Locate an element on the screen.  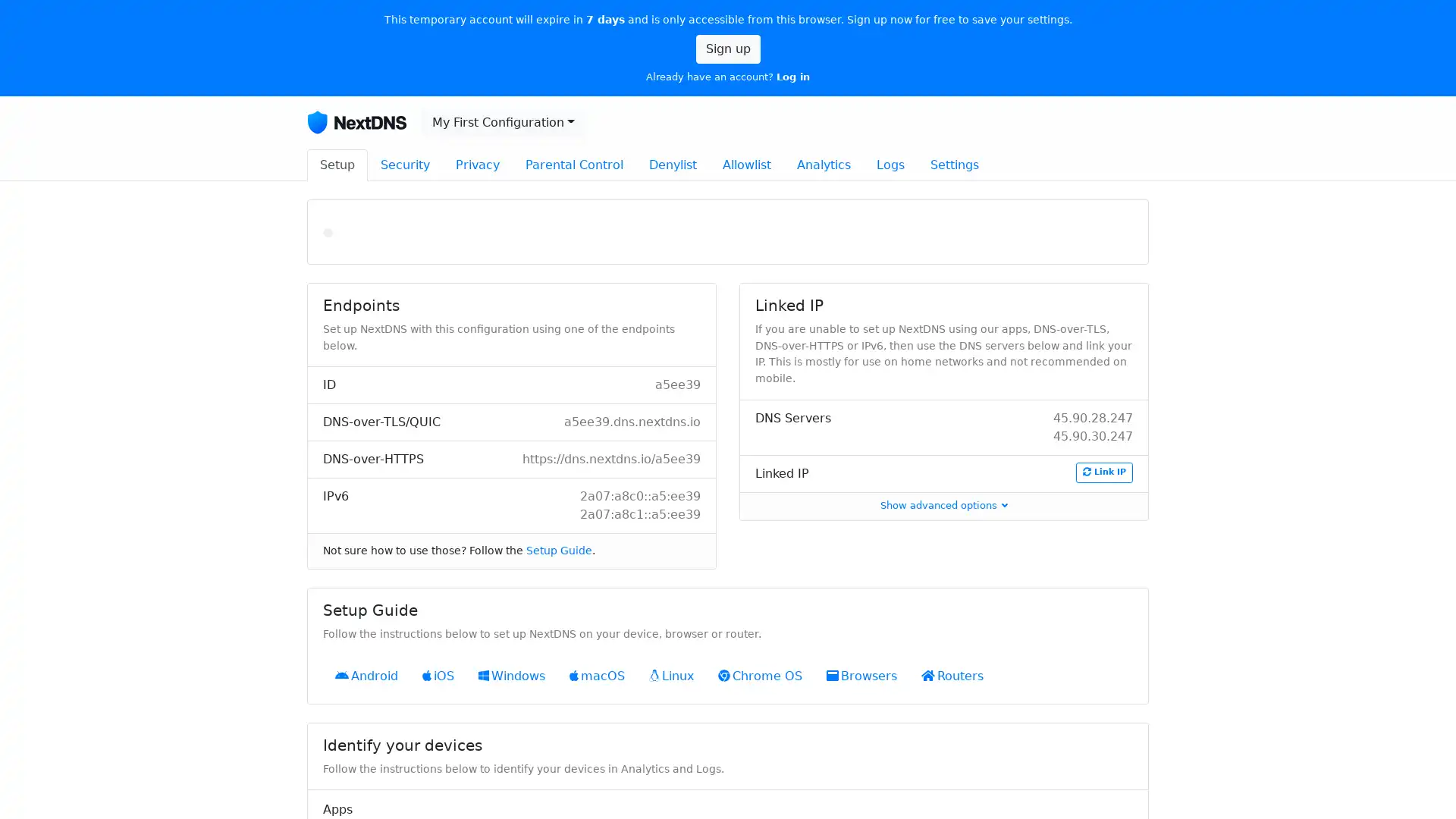
Show advanced options is located at coordinates (943, 505).